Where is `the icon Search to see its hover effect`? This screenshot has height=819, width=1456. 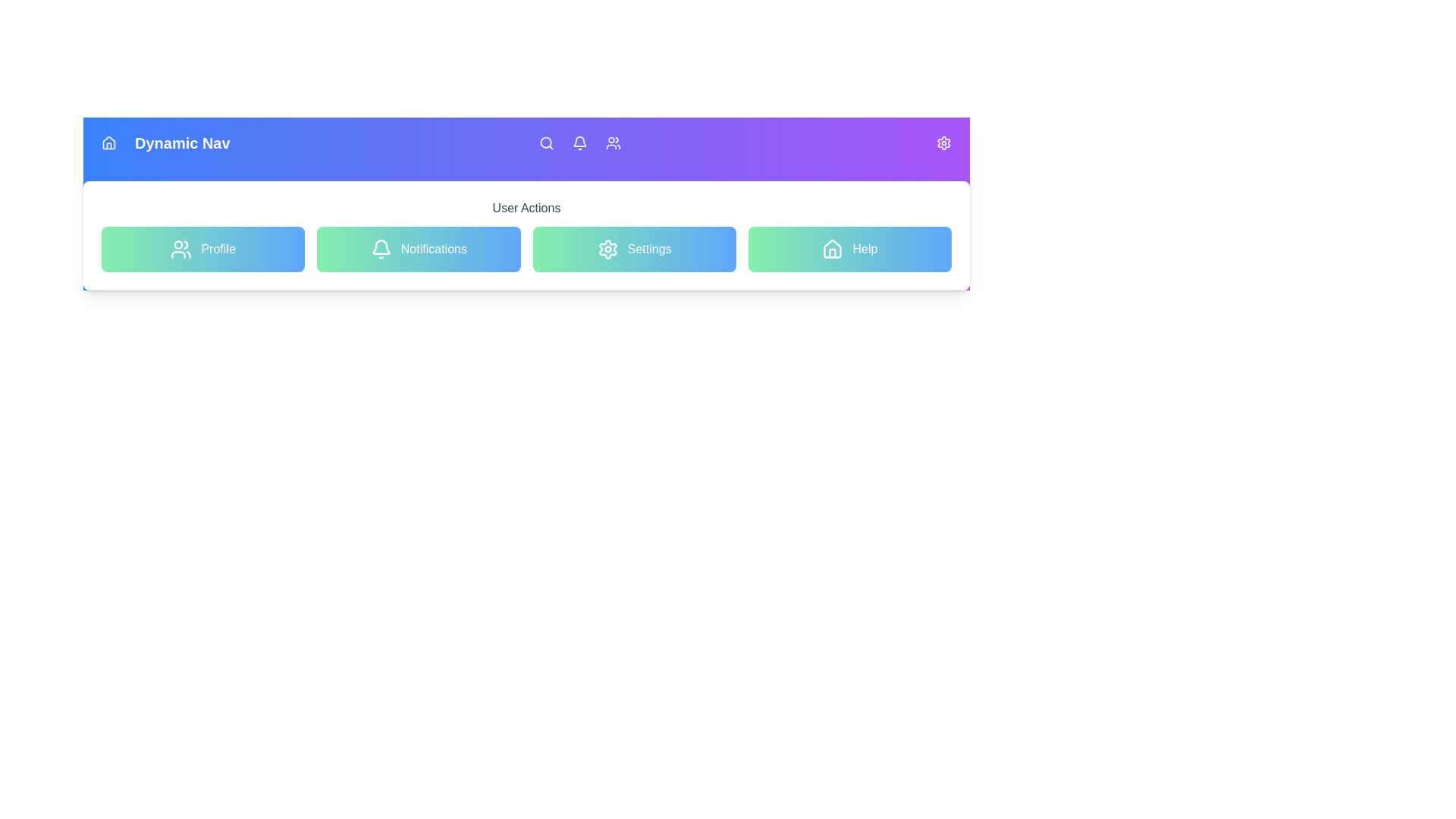
the icon Search to see its hover effect is located at coordinates (546, 143).